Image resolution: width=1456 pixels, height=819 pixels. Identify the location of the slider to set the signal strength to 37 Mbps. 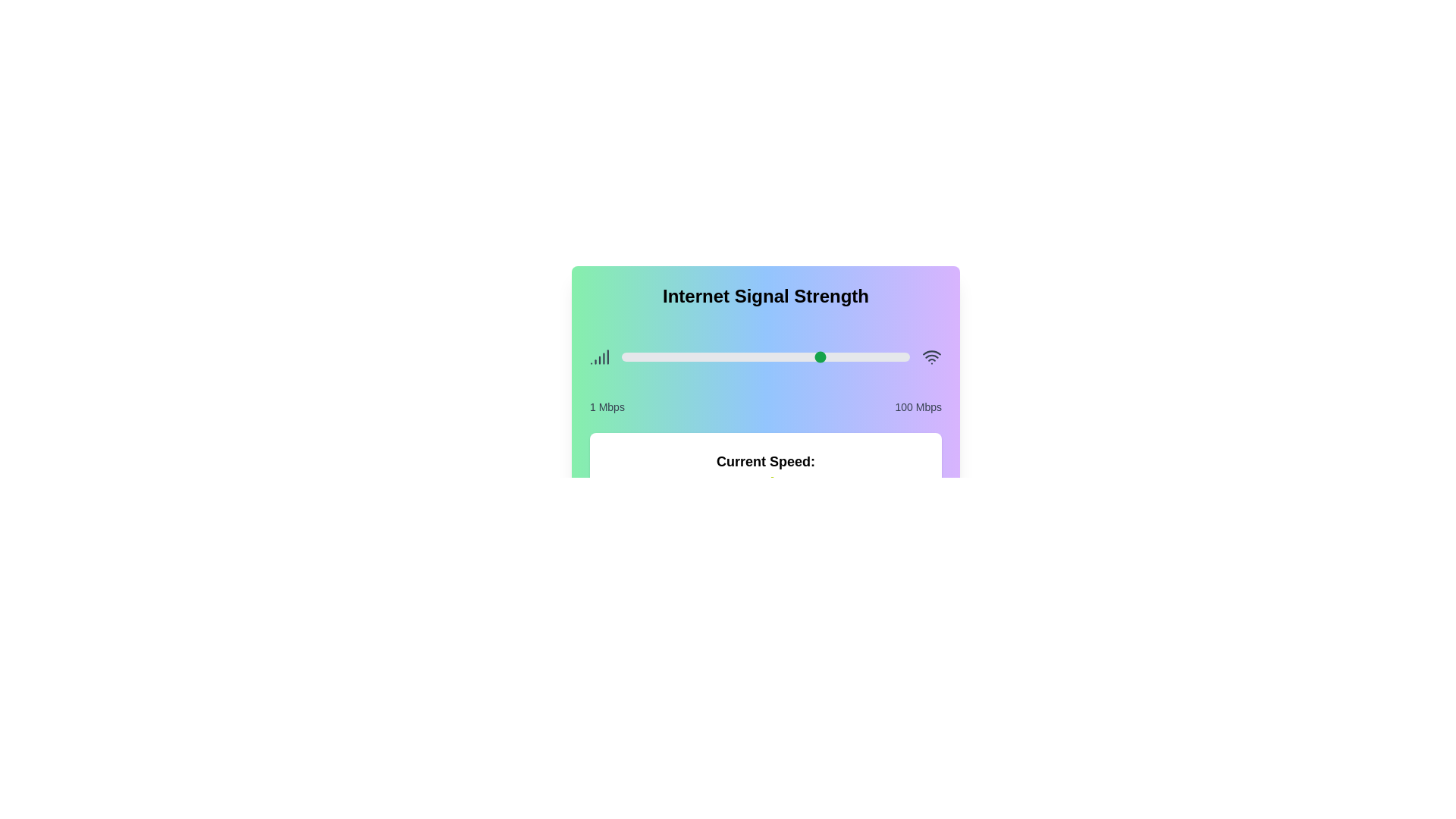
(726, 356).